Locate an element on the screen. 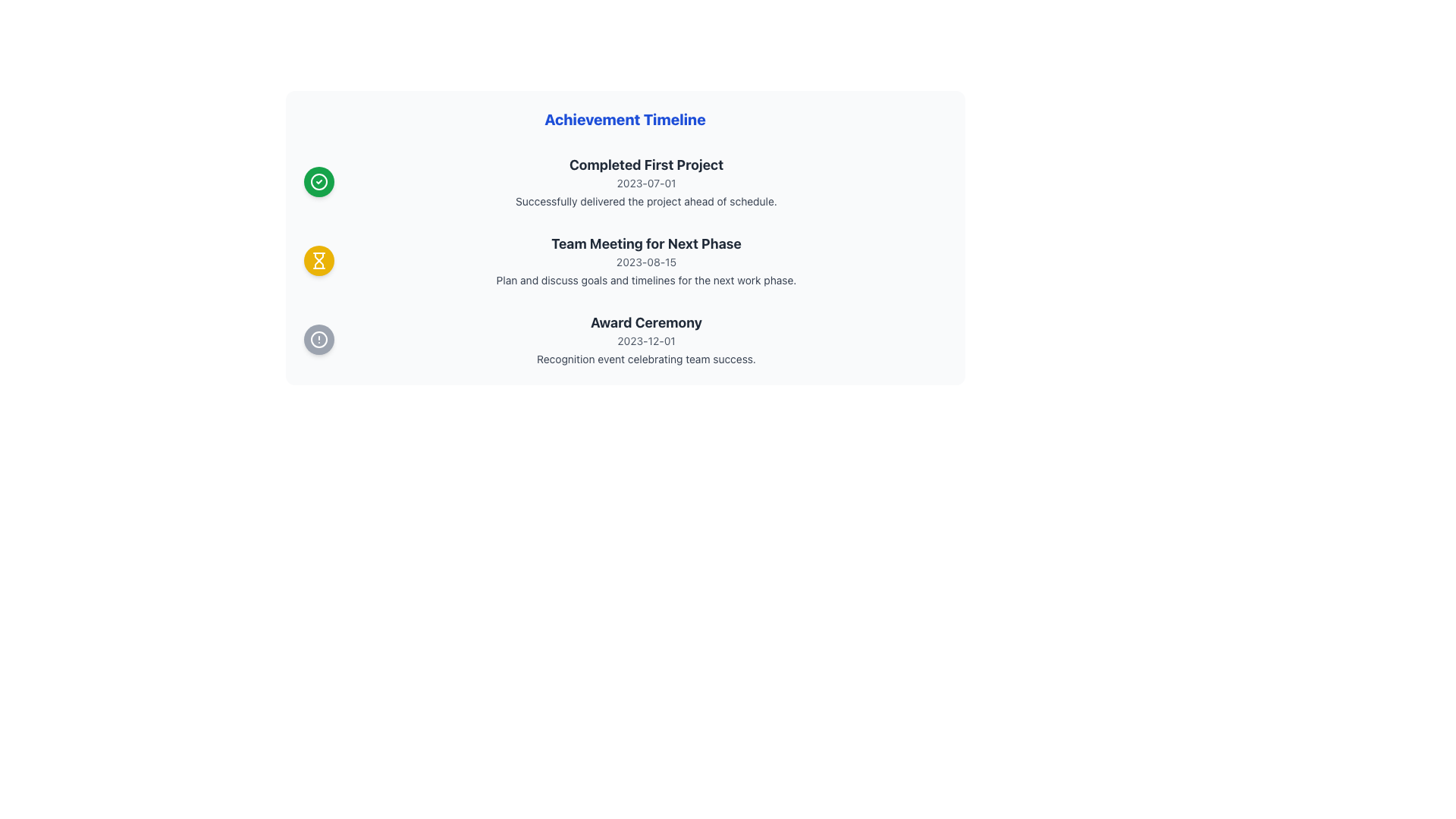  the Header Text displaying 'Completed First Project', which is styled with a large bold font in dark gray, located beneath 'Achievement Timeline' in the vertical timeline layout is located at coordinates (646, 165).